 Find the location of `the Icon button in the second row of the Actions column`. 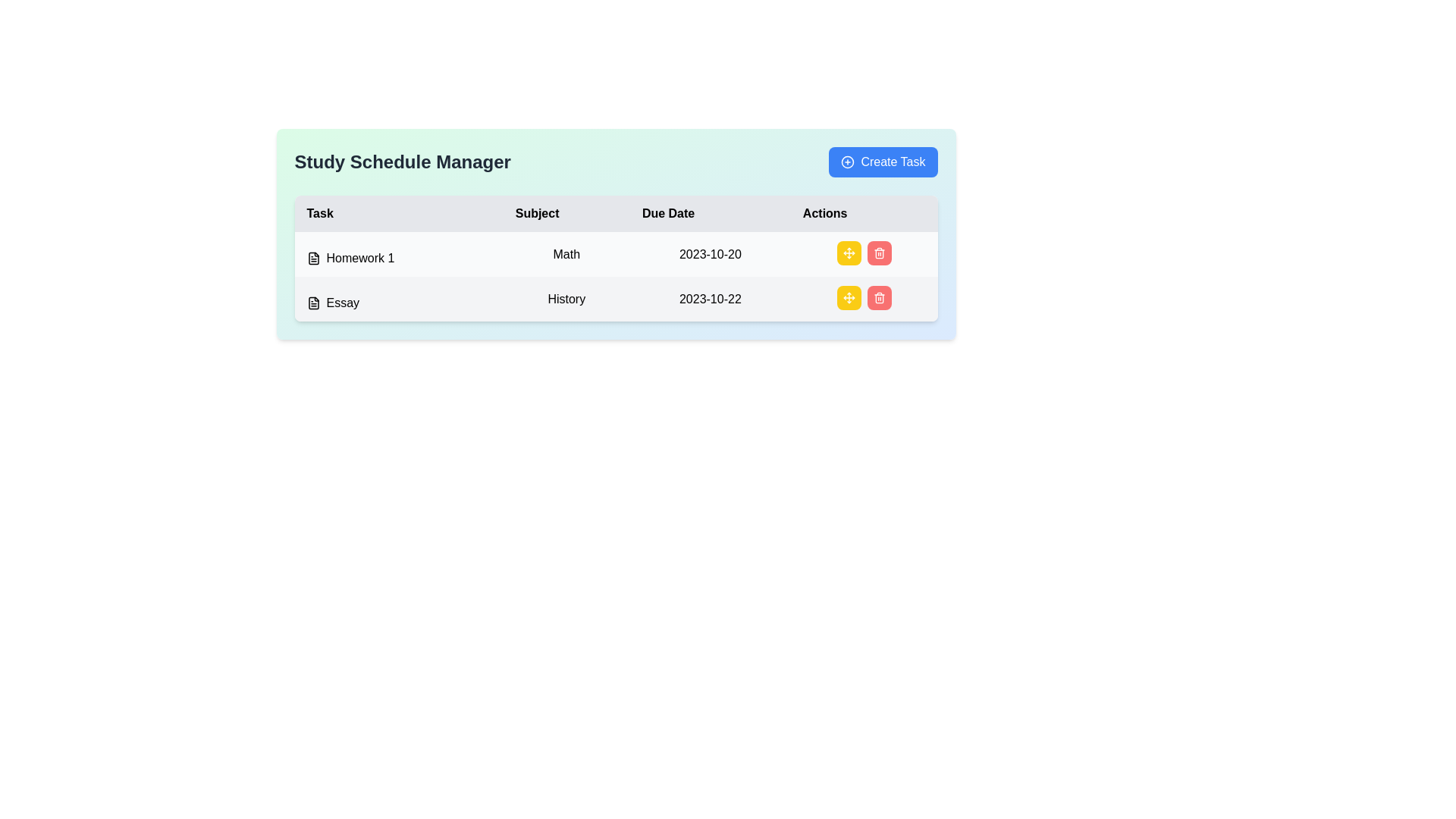

the Icon button in the second row of the Actions column is located at coordinates (879, 298).